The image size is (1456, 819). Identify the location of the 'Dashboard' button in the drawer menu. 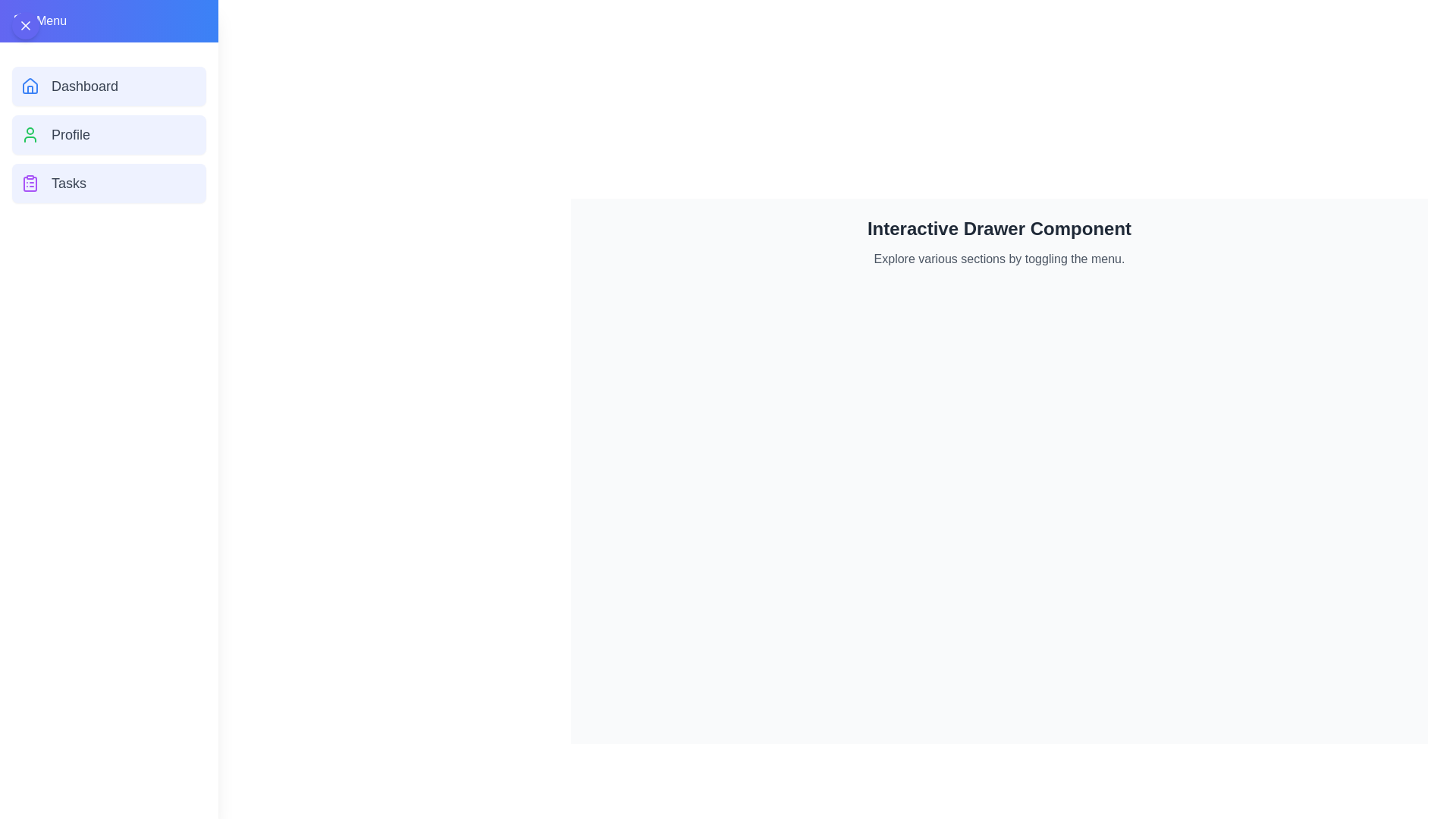
(108, 86).